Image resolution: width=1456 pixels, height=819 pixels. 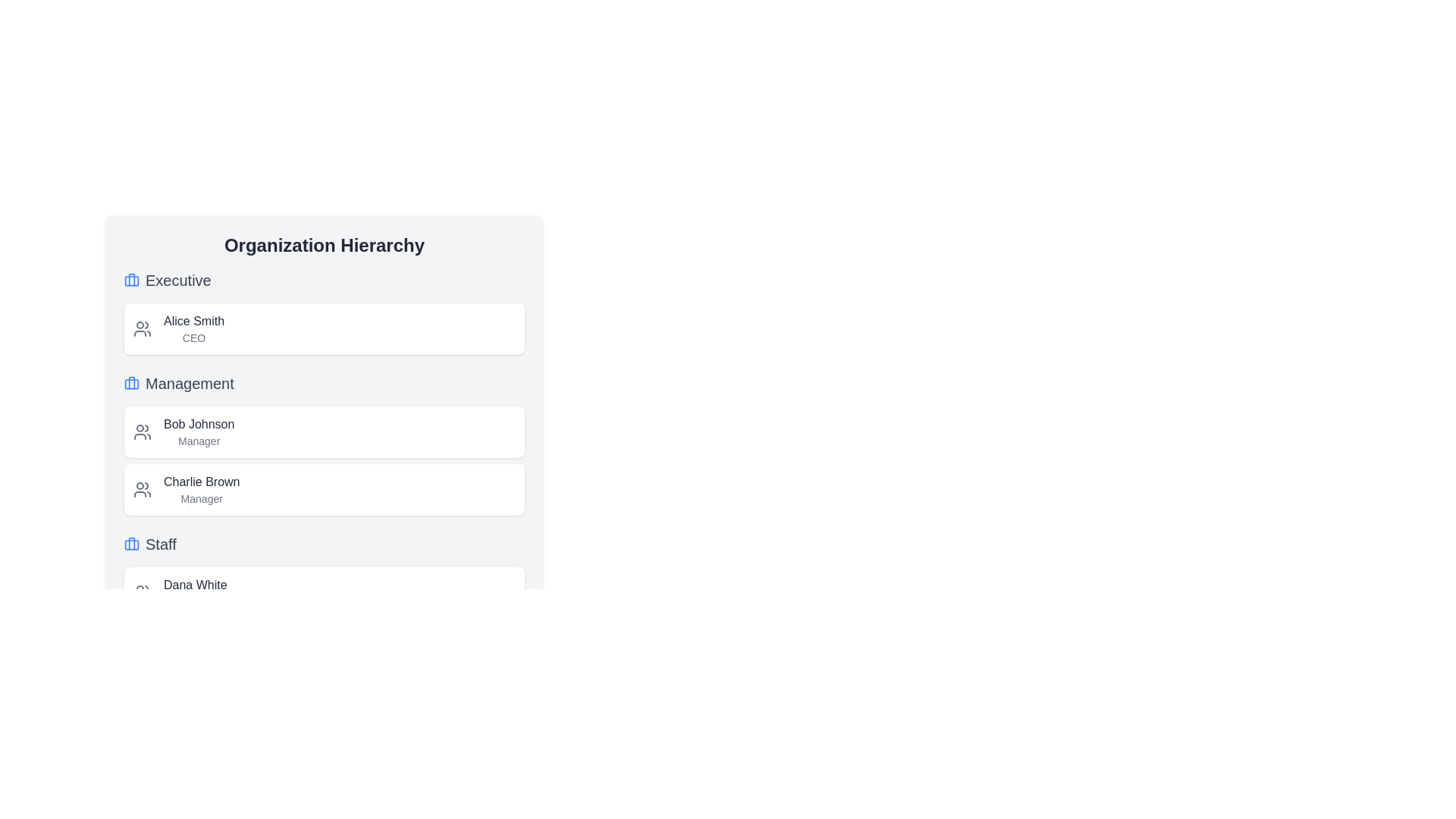 I want to click on the Profile card for 'Charlie Brown', which is the second item under the 'Management' section in the 'Organization Hierarchy' panel, so click(x=323, y=472).